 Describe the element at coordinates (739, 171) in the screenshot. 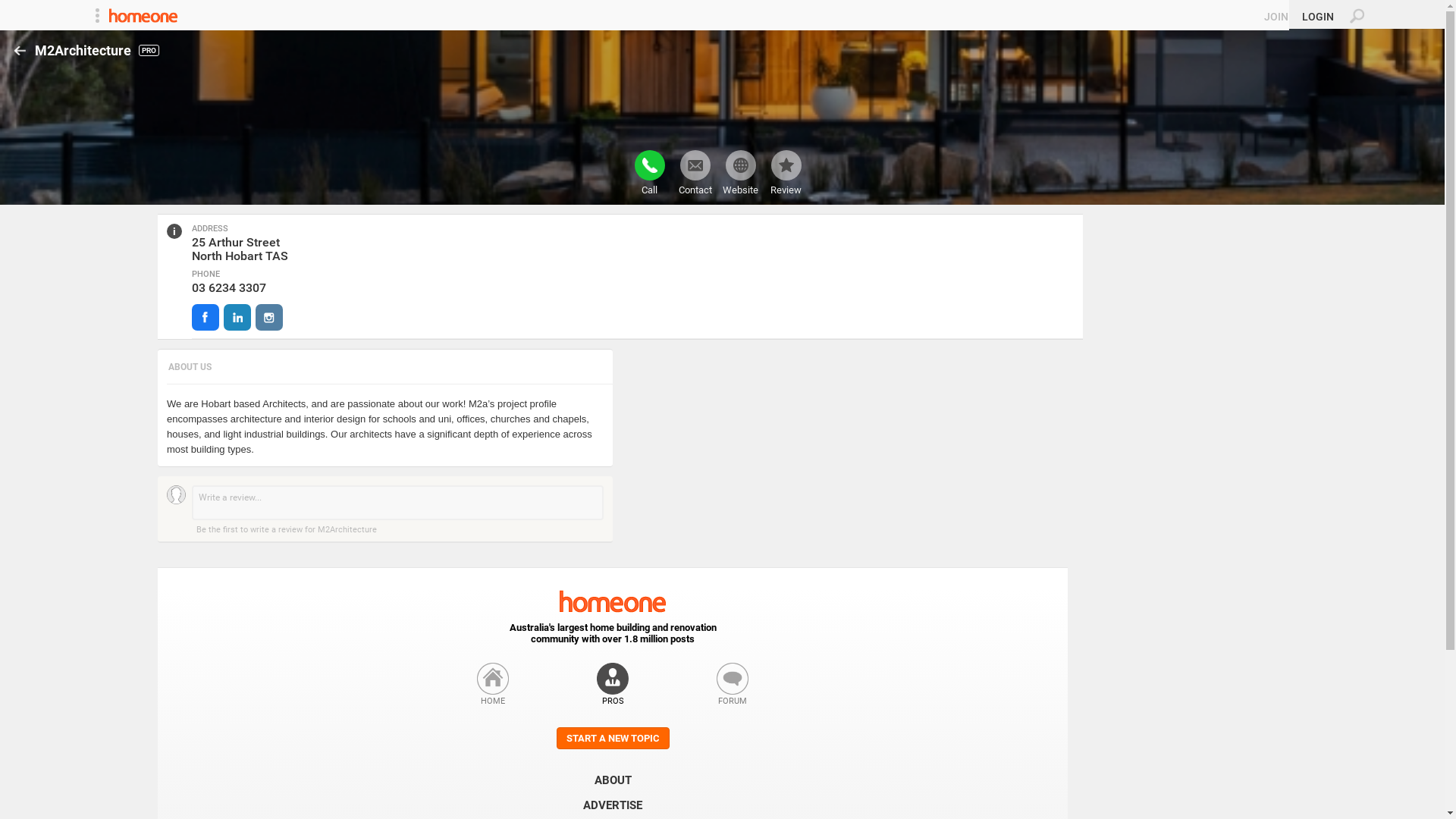

I see `'Website'` at that location.